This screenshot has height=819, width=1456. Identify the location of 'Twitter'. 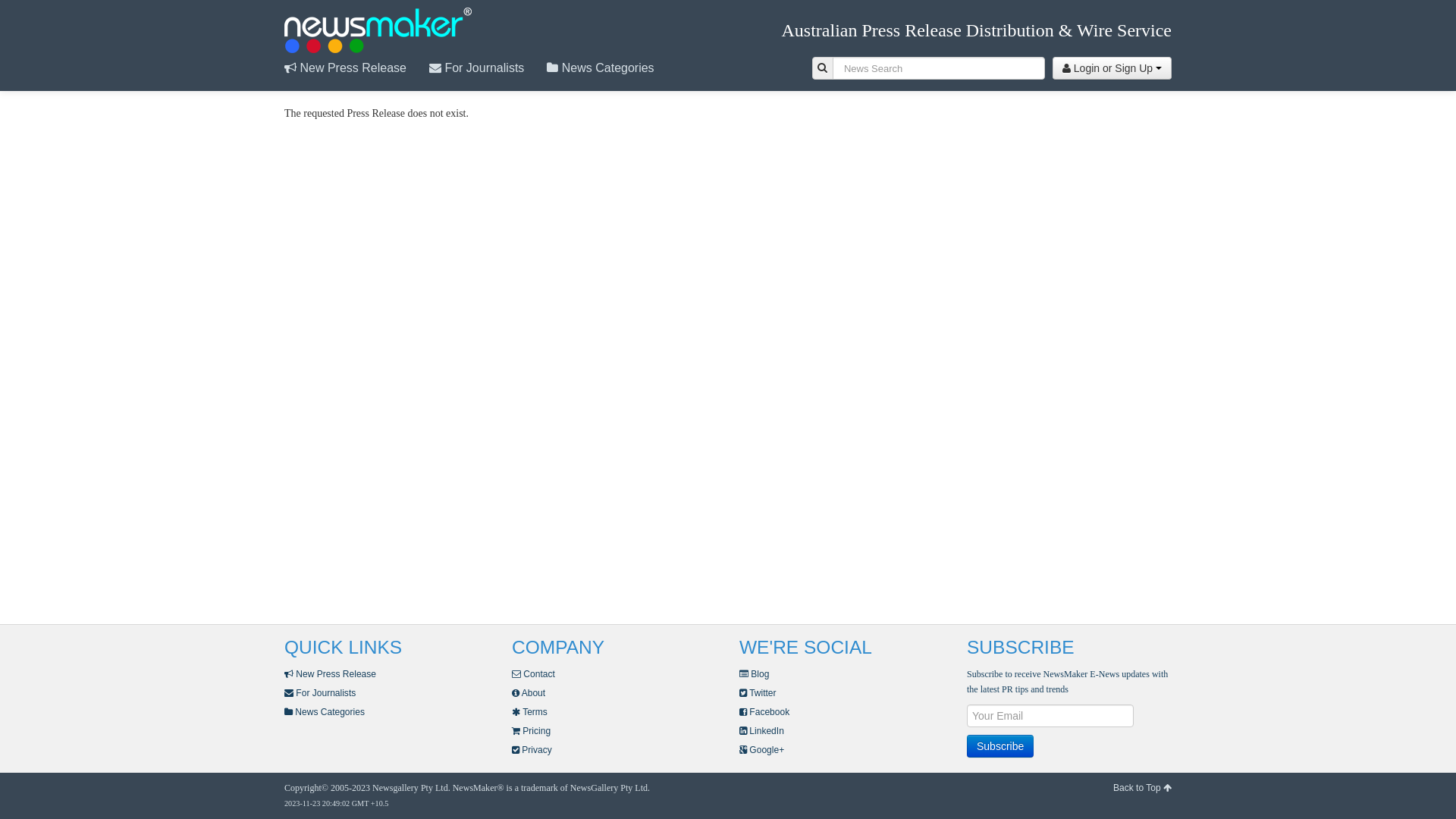
(758, 693).